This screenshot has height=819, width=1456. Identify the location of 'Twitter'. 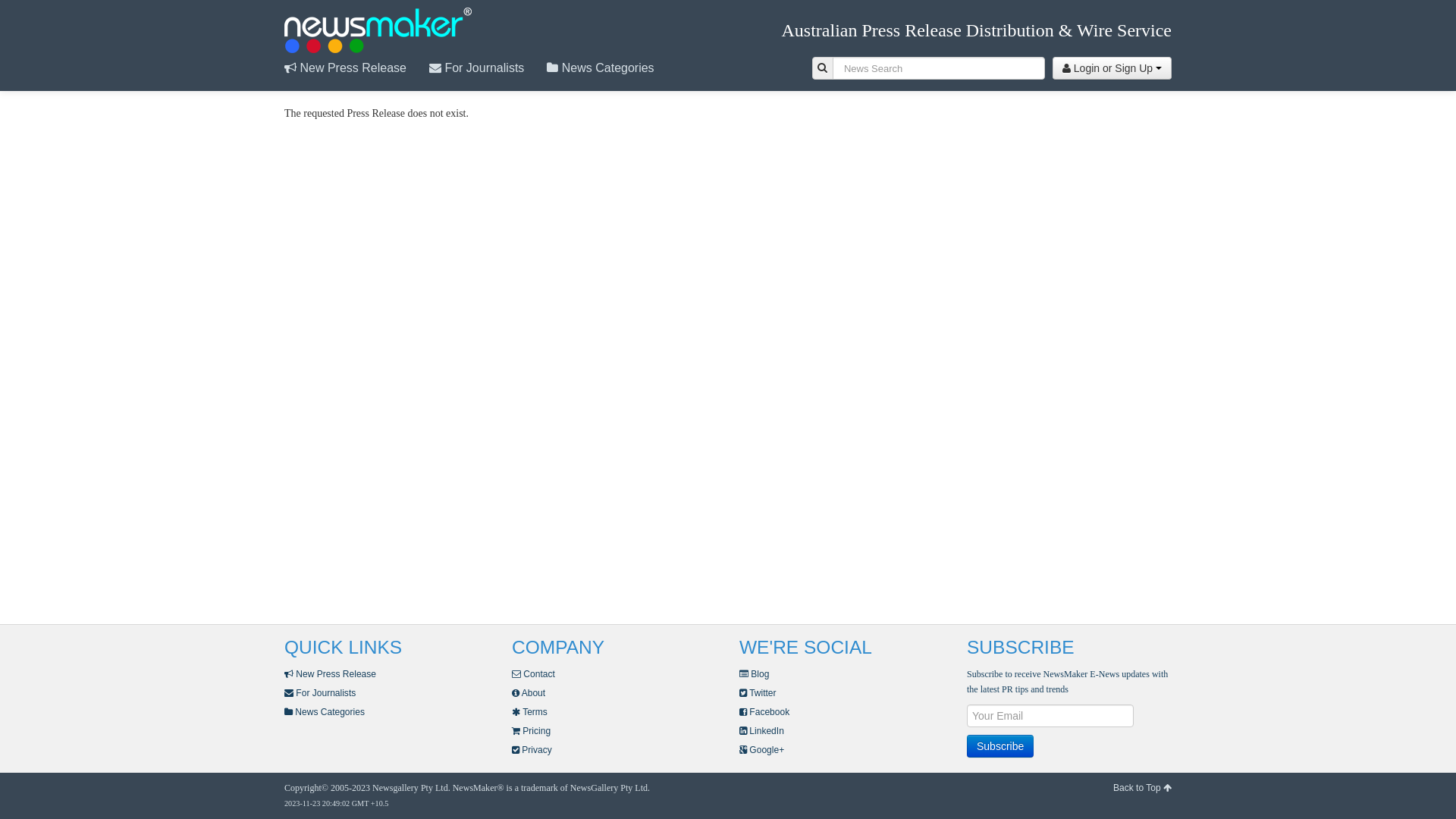
(758, 693).